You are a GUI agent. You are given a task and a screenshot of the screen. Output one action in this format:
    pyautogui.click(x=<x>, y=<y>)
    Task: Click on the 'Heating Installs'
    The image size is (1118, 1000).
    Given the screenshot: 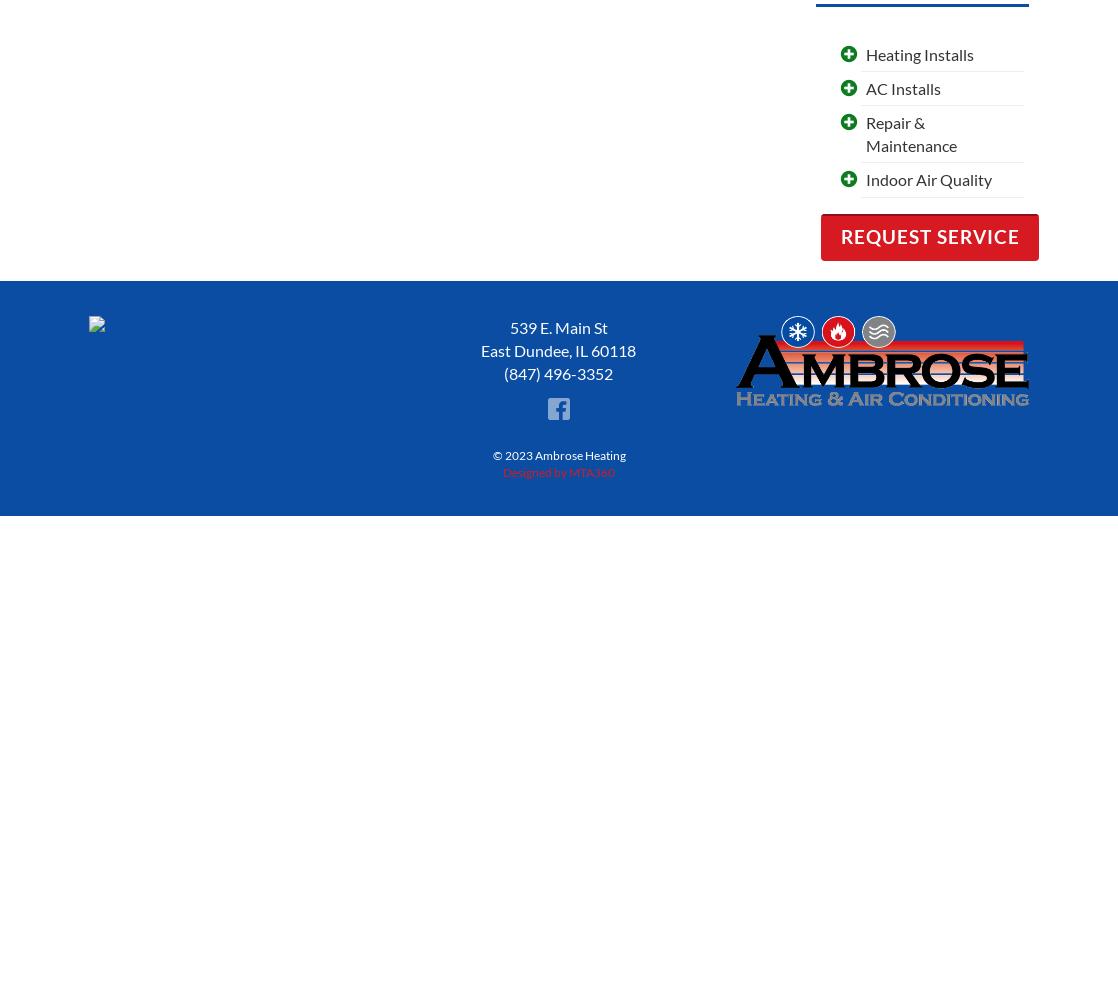 What is the action you would take?
    pyautogui.click(x=919, y=53)
    